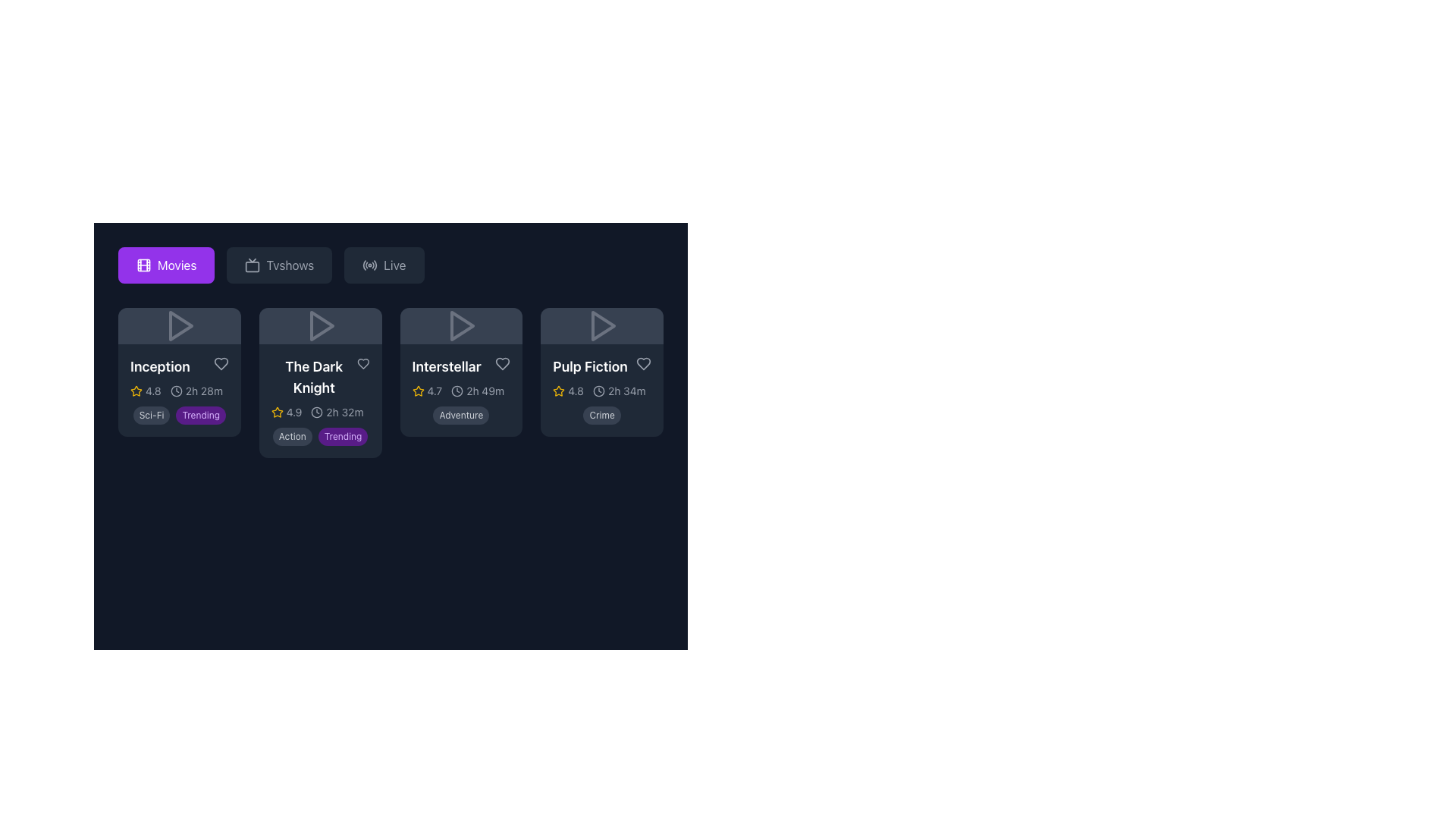 The width and height of the screenshot is (1456, 819). I want to click on the tags within the first movie selection card to filter or categorize the movies, so click(179, 382).